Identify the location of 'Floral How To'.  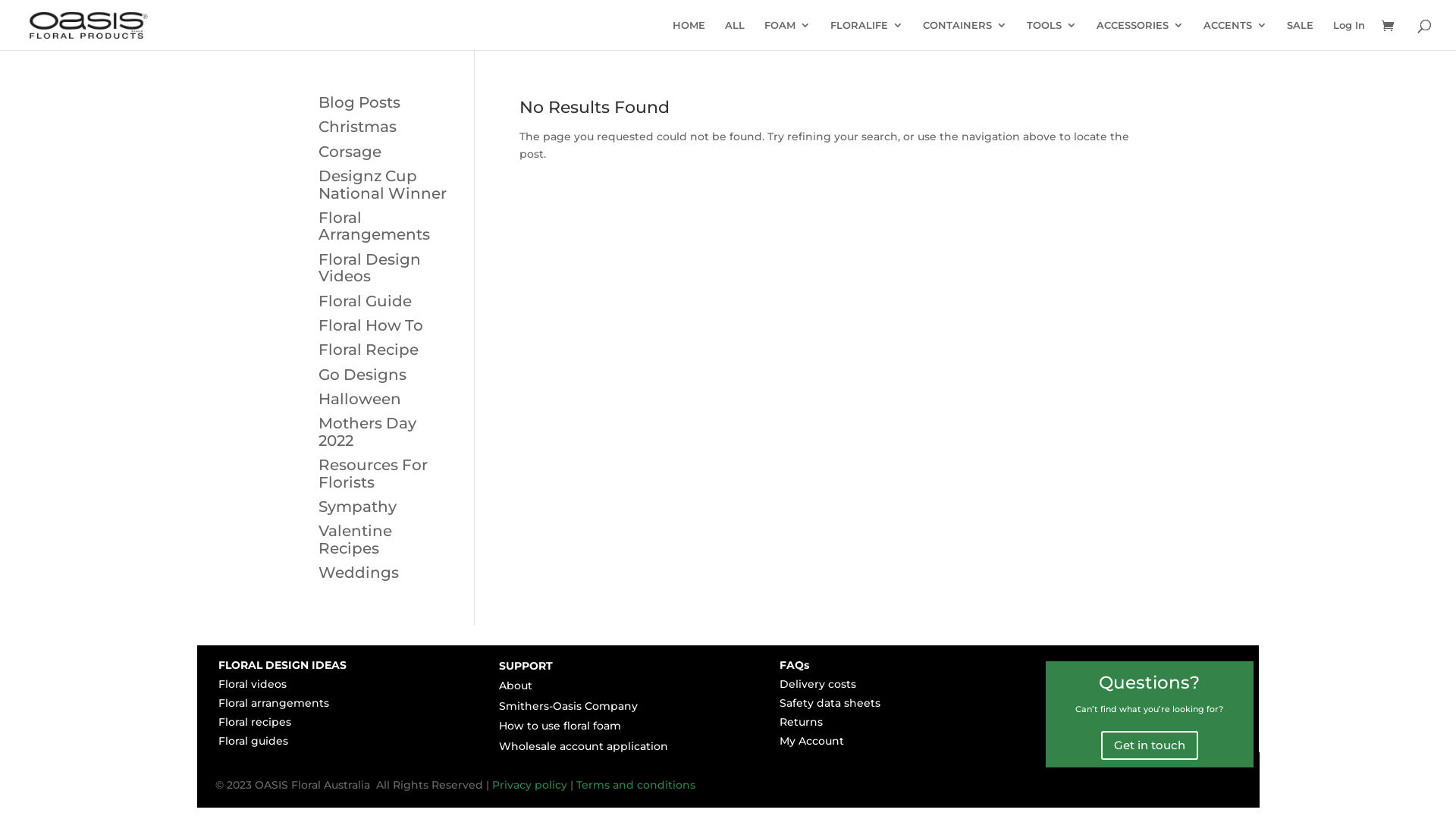
(318, 324).